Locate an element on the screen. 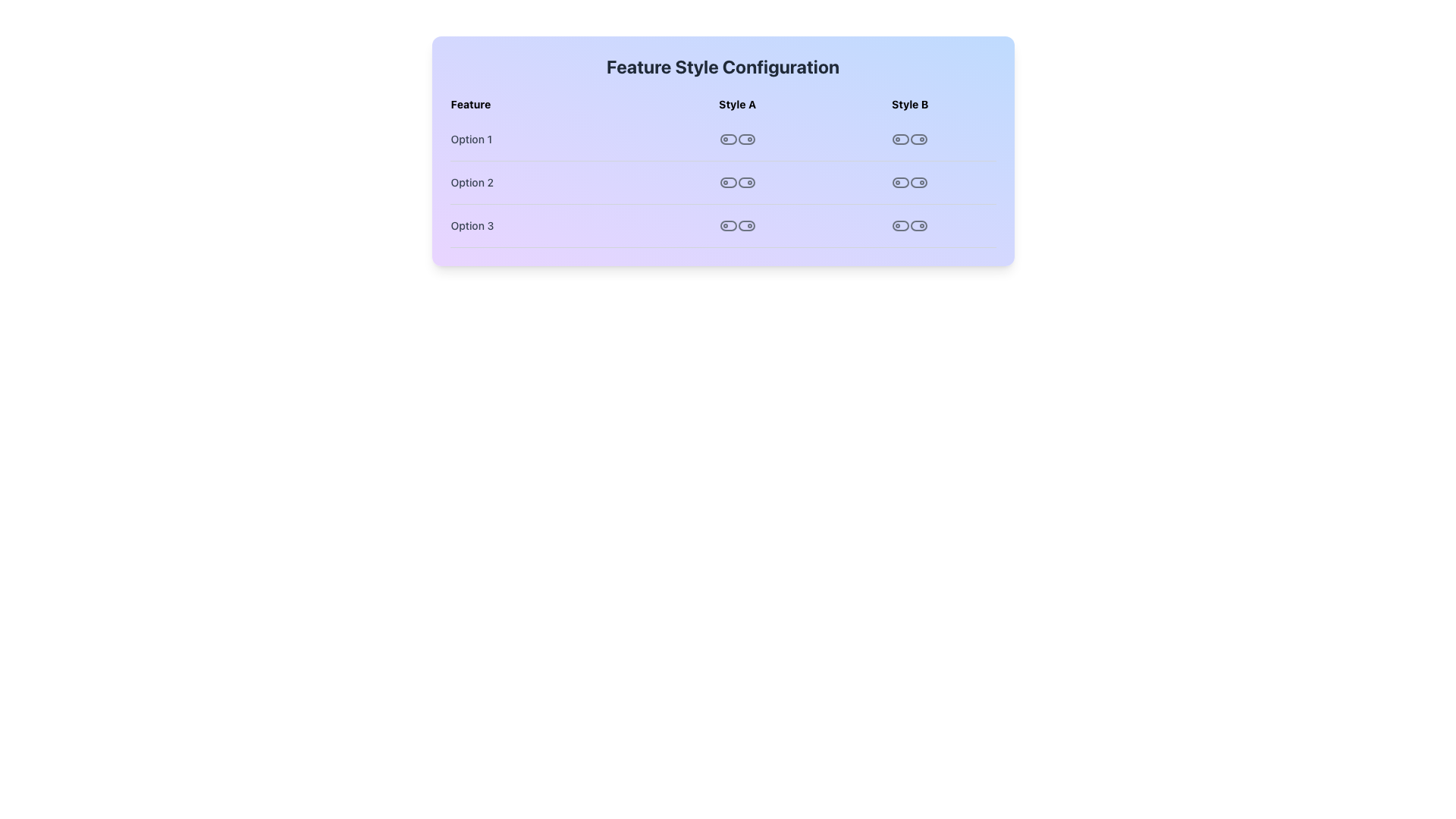  the decorative rounded rectangle that is part of the toggle switch indicator for 'Style B' in the first row of the 'Feature Style Configuration' table is located at coordinates (901, 140).